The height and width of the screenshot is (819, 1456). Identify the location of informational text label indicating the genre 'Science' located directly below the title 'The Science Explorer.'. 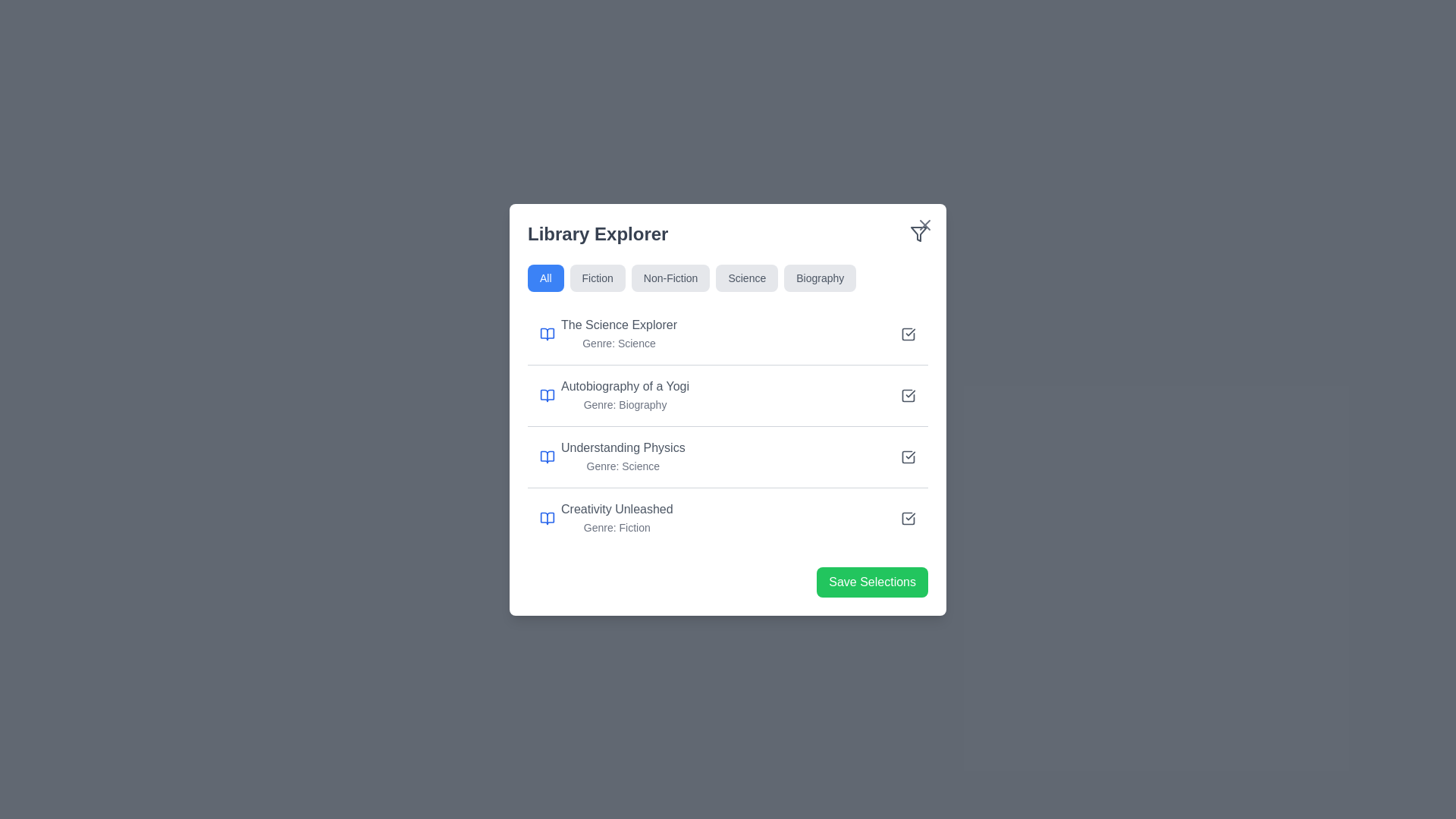
(619, 343).